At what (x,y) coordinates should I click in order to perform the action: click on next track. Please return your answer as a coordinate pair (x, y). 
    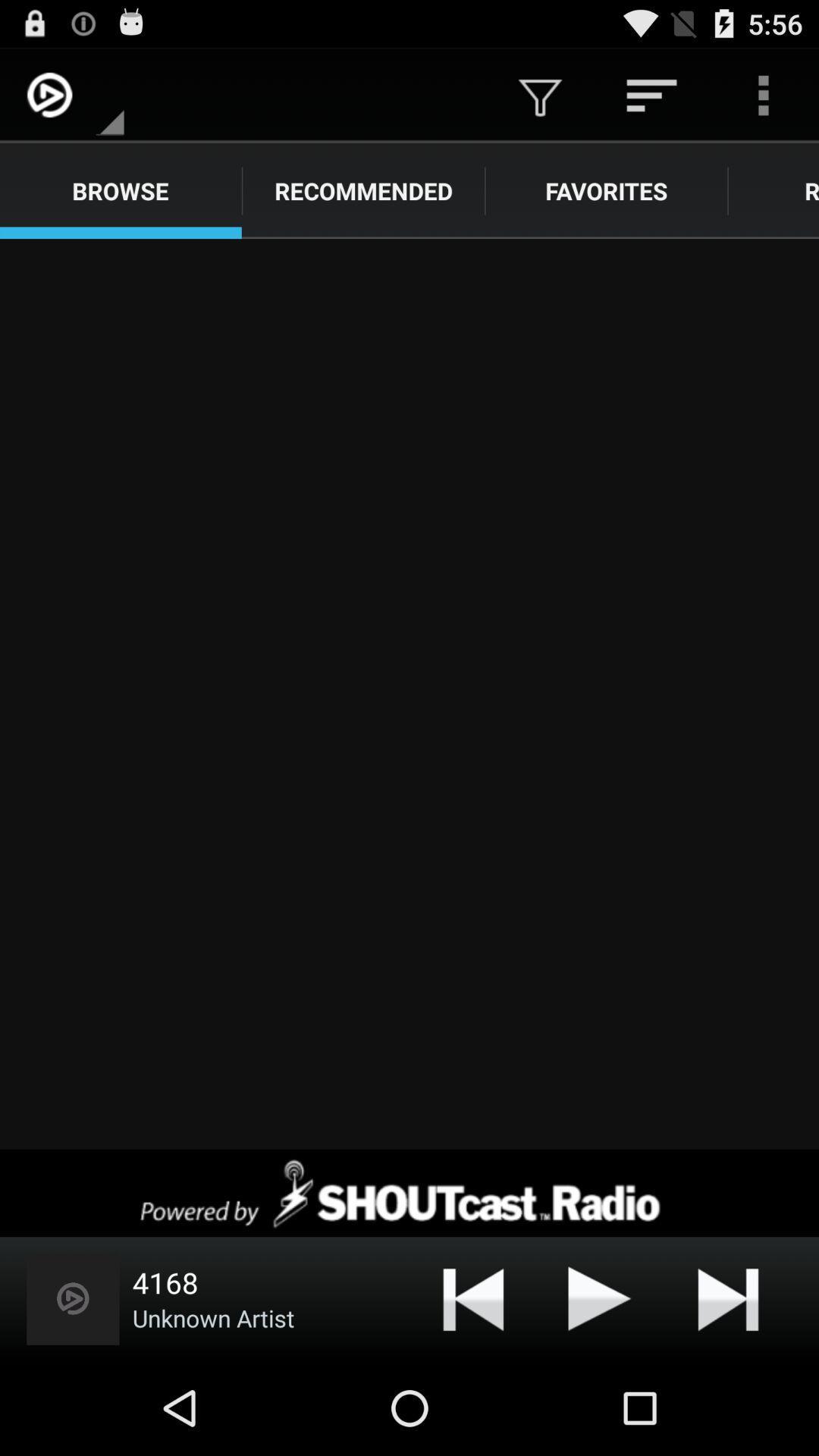
    Looking at the image, I should click on (727, 1298).